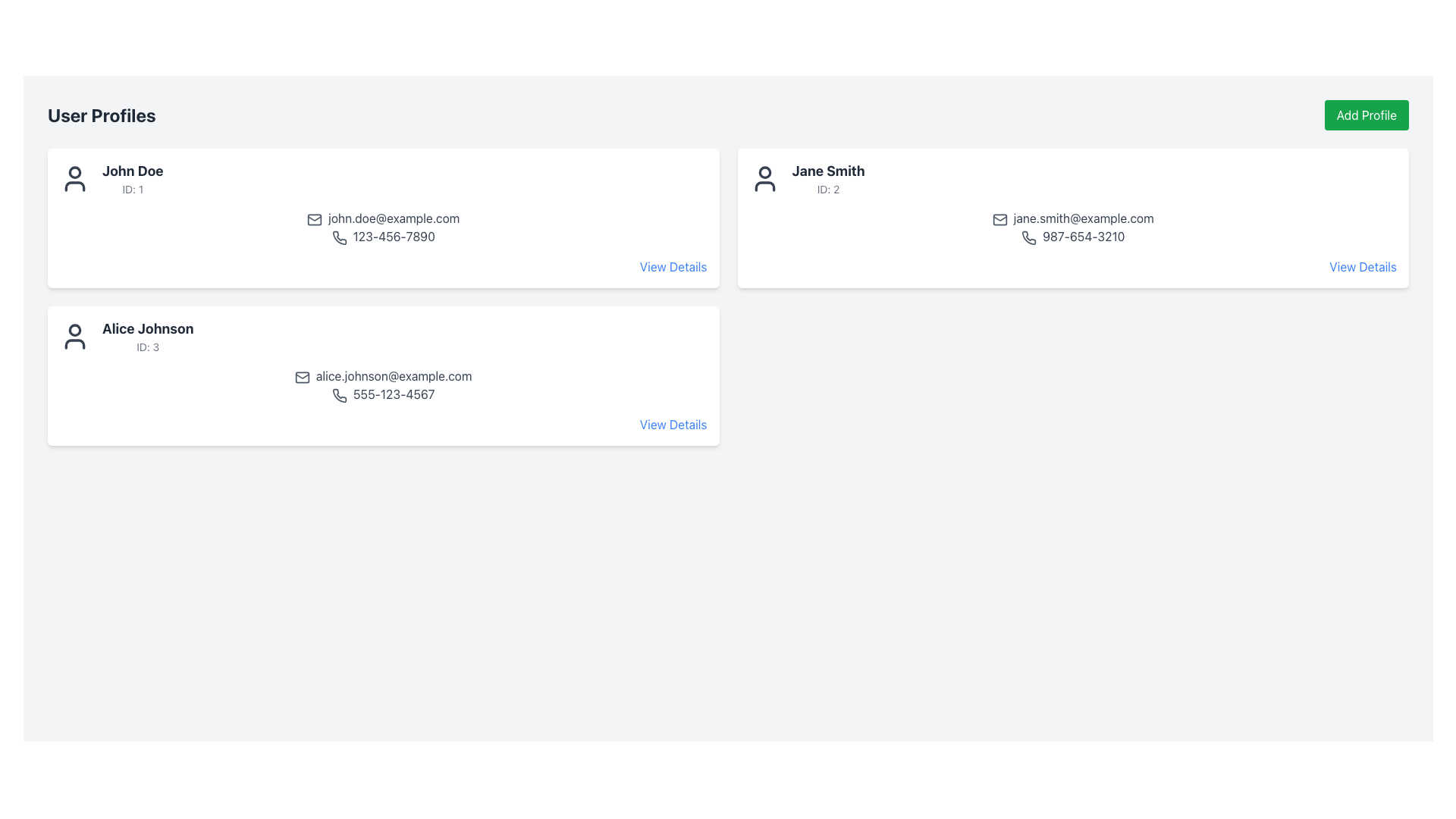 This screenshot has width=1456, height=819. What do you see at coordinates (1072, 237) in the screenshot?
I see `on the phone number text label displaying '987-654-3210' located beneath the email address 'jane.smith@example.com' within the profile card for 'Jane Smith'` at bounding box center [1072, 237].